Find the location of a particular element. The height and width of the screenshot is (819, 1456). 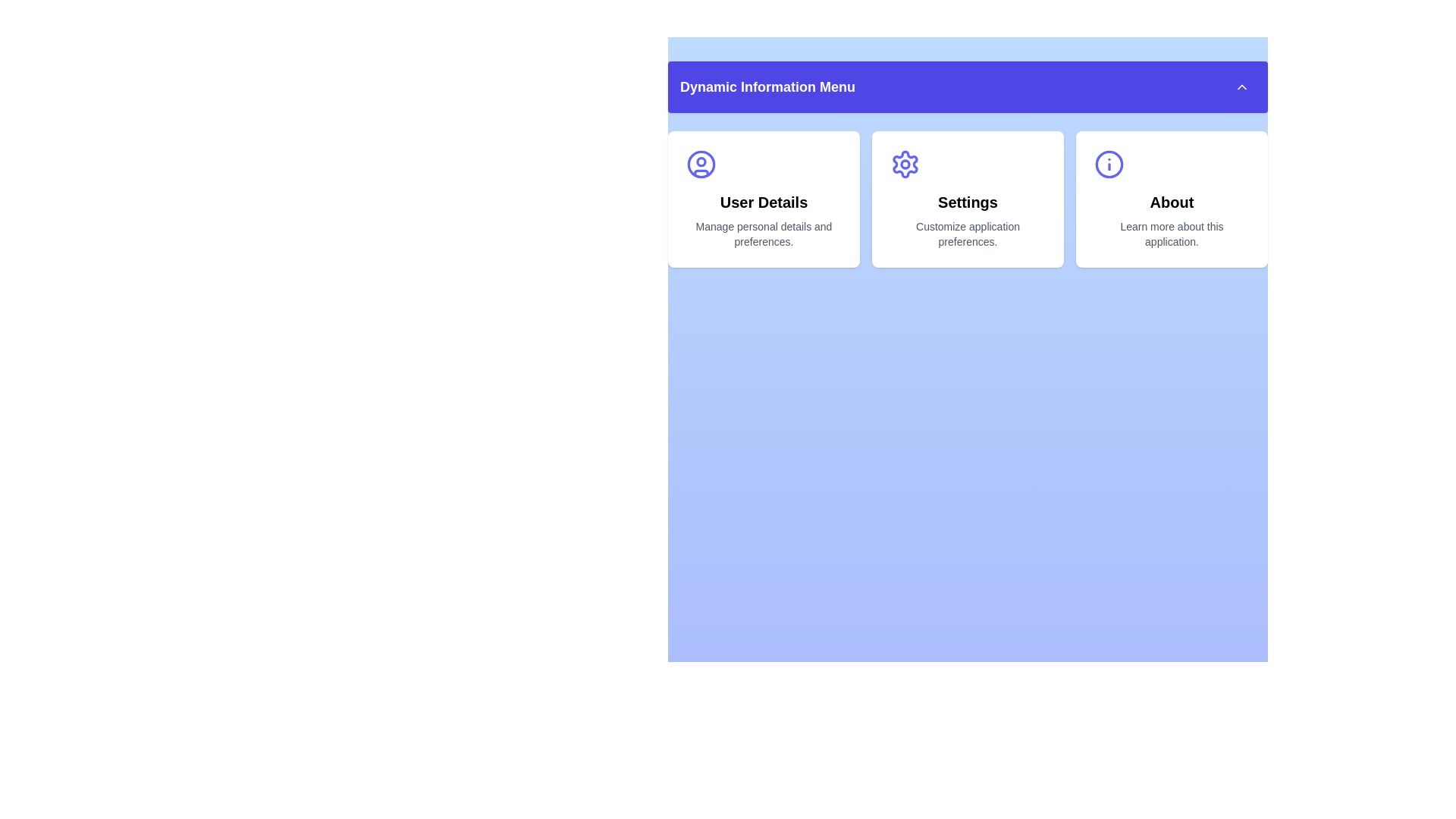

the menu item About to interact with it is located at coordinates (1171, 198).